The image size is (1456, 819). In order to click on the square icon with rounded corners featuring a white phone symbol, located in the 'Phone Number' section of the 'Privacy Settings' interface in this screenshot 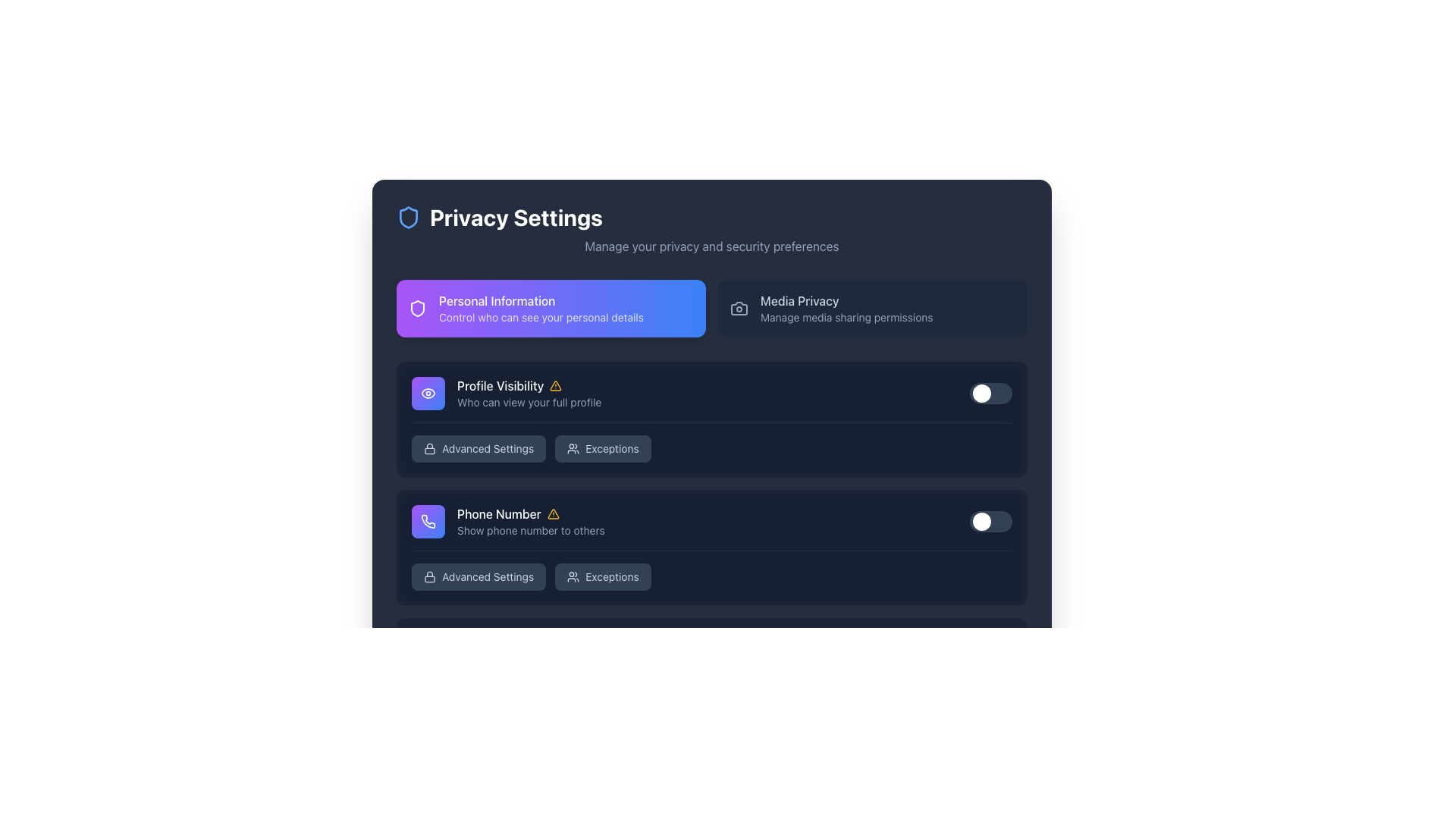, I will do `click(428, 520)`.